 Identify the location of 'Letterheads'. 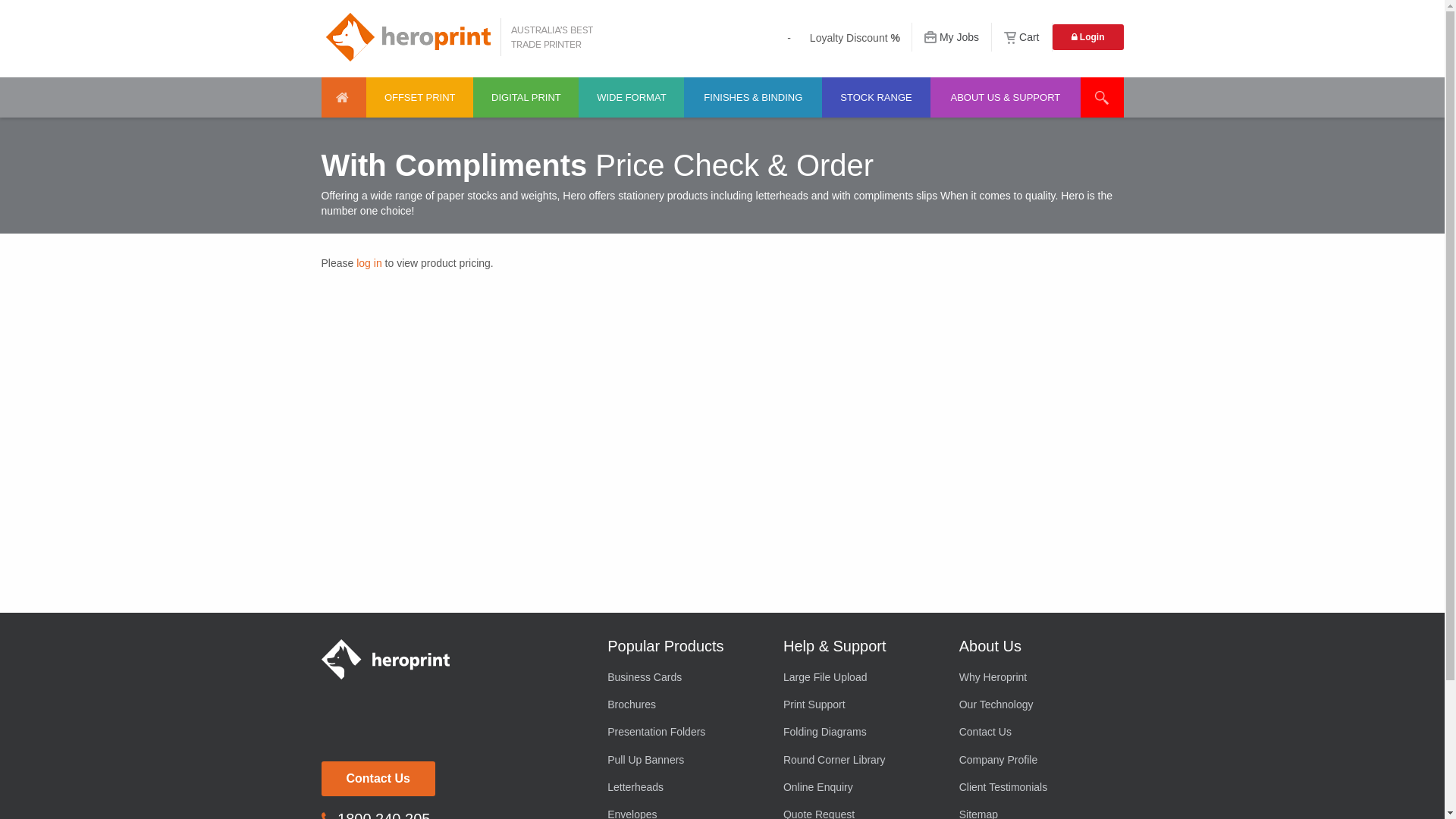
(607, 786).